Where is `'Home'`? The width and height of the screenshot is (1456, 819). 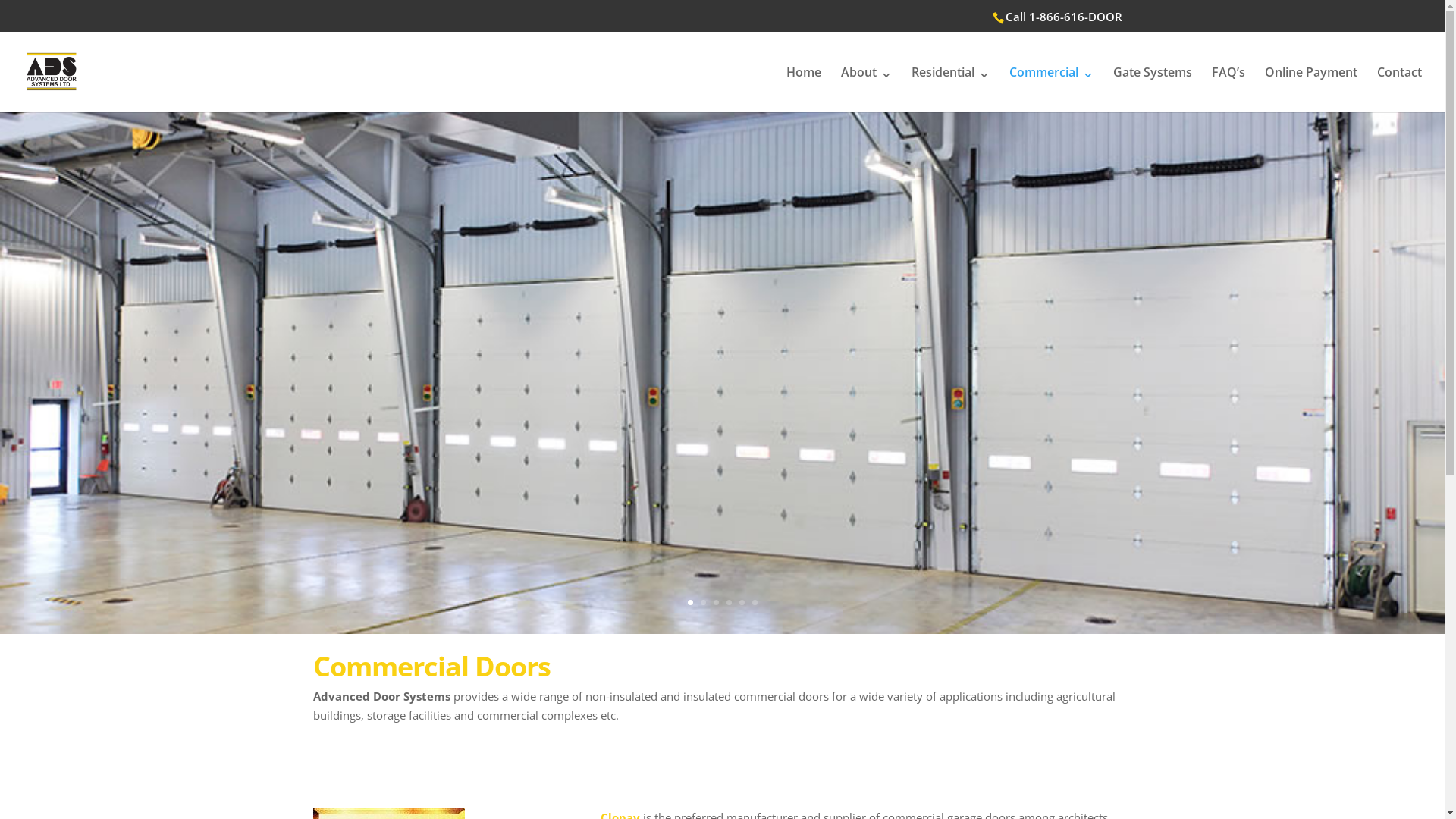 'Home' is located at coordinates (803, 89).